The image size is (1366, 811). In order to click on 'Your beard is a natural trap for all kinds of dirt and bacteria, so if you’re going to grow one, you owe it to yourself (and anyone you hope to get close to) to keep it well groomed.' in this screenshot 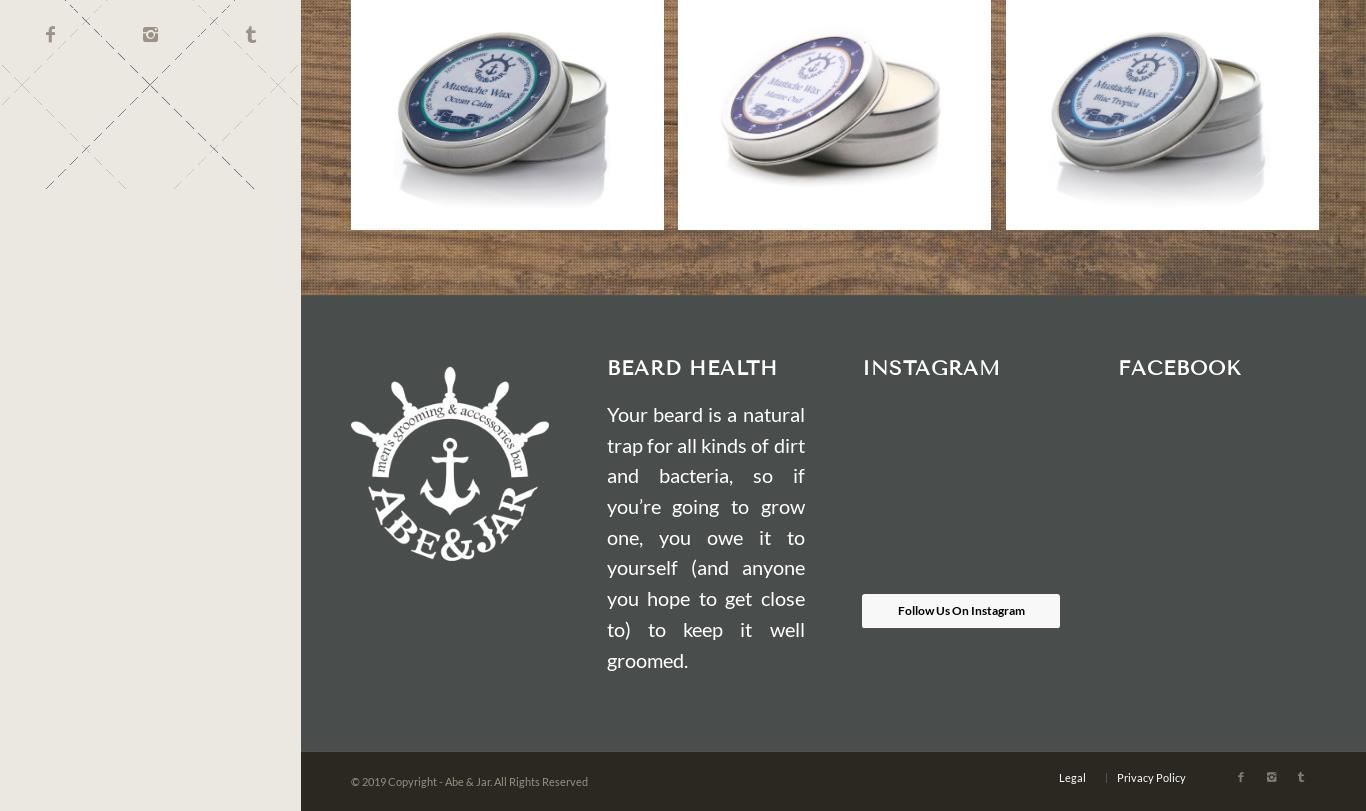, I will do `click(604, 534)`.